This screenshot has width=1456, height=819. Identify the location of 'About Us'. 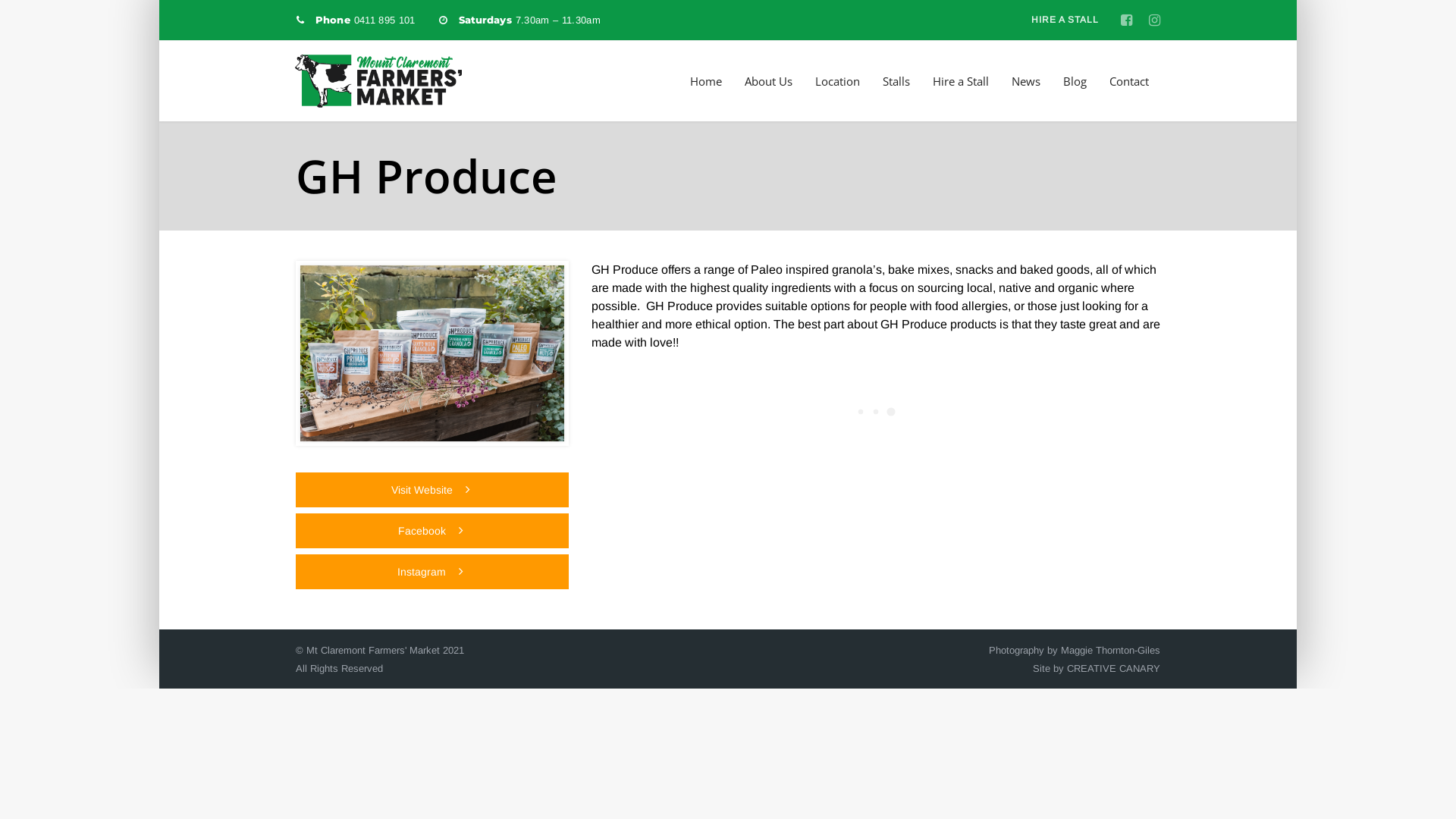
(768, 81).